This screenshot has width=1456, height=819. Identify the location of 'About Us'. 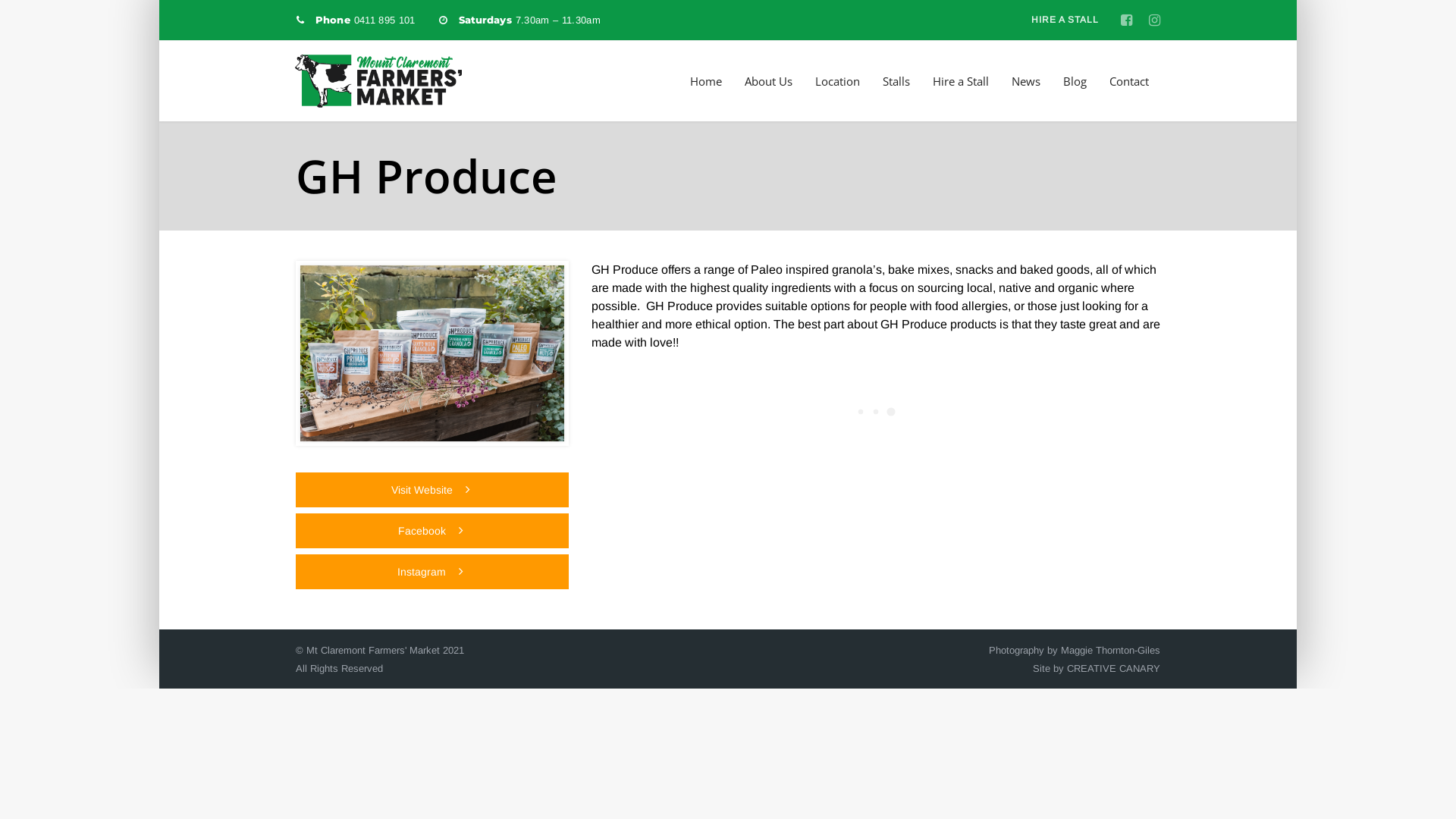
(768, 81).